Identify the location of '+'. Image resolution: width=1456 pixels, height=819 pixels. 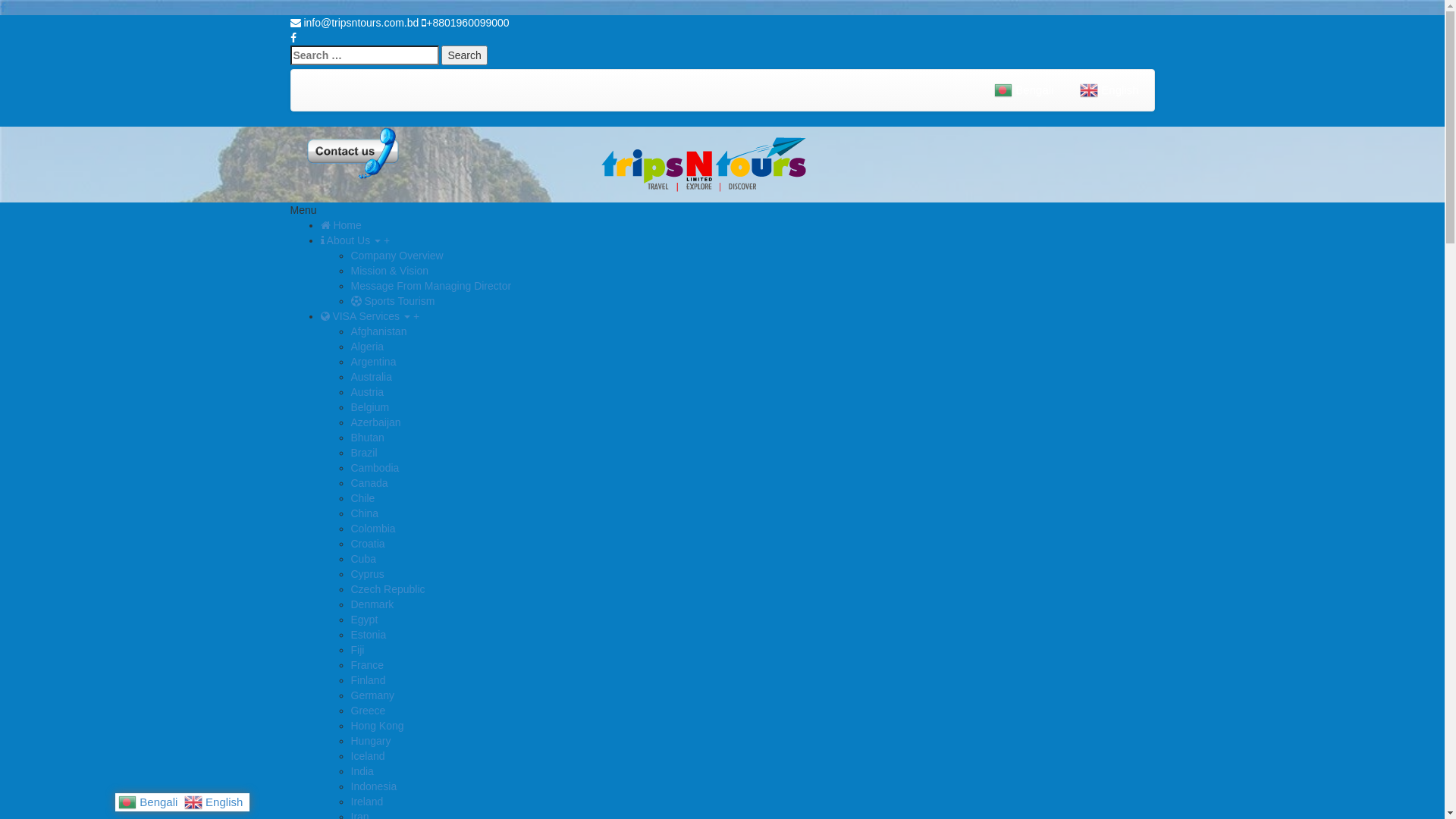
(416, 315).